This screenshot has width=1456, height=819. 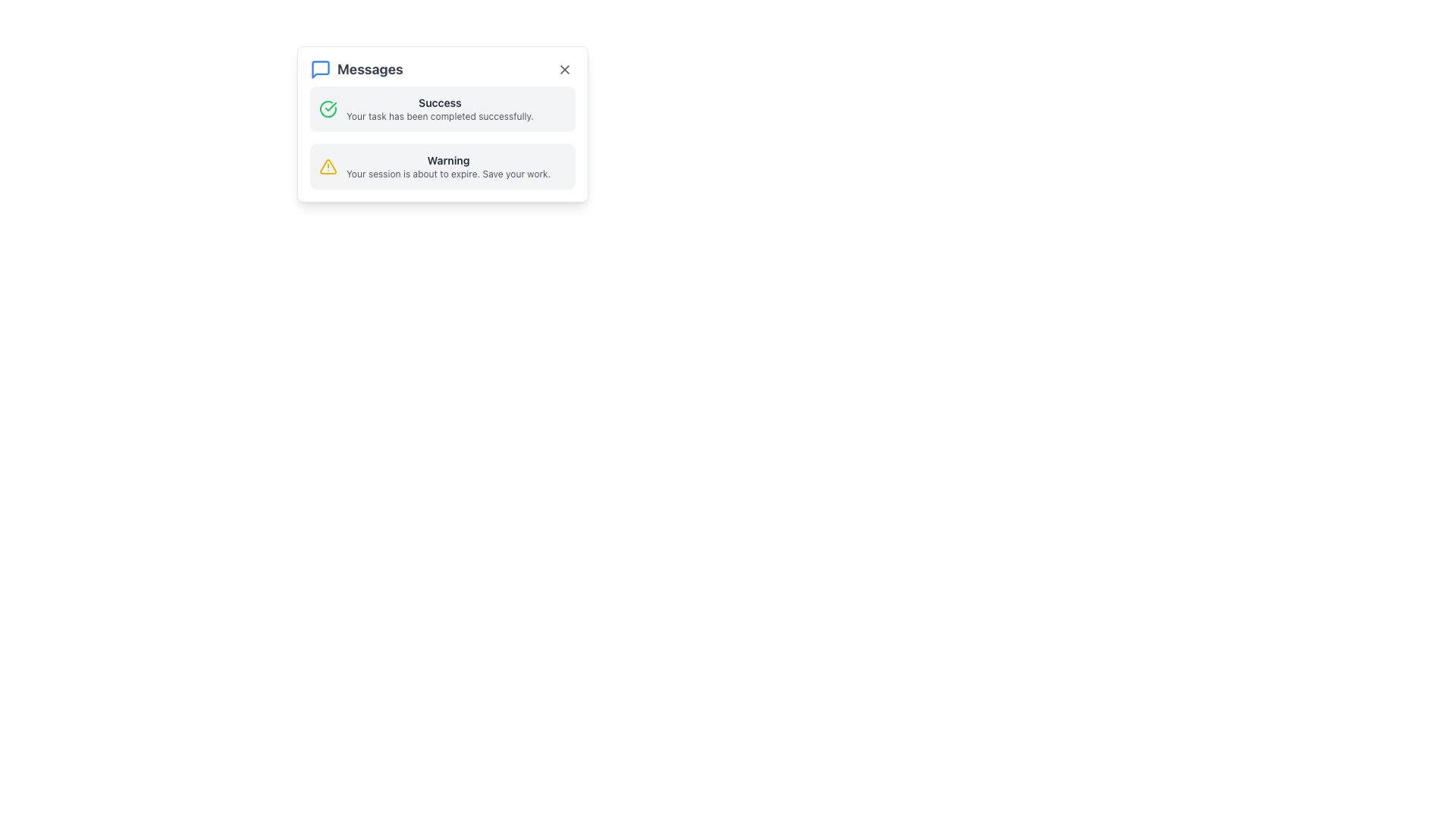 What do you see at coordinates (442, 108) in the screenshot?
I see `the first notification box in the list located below the 'Messages' section header to indicate success feedback to the user` at bounding box center [442, 108].